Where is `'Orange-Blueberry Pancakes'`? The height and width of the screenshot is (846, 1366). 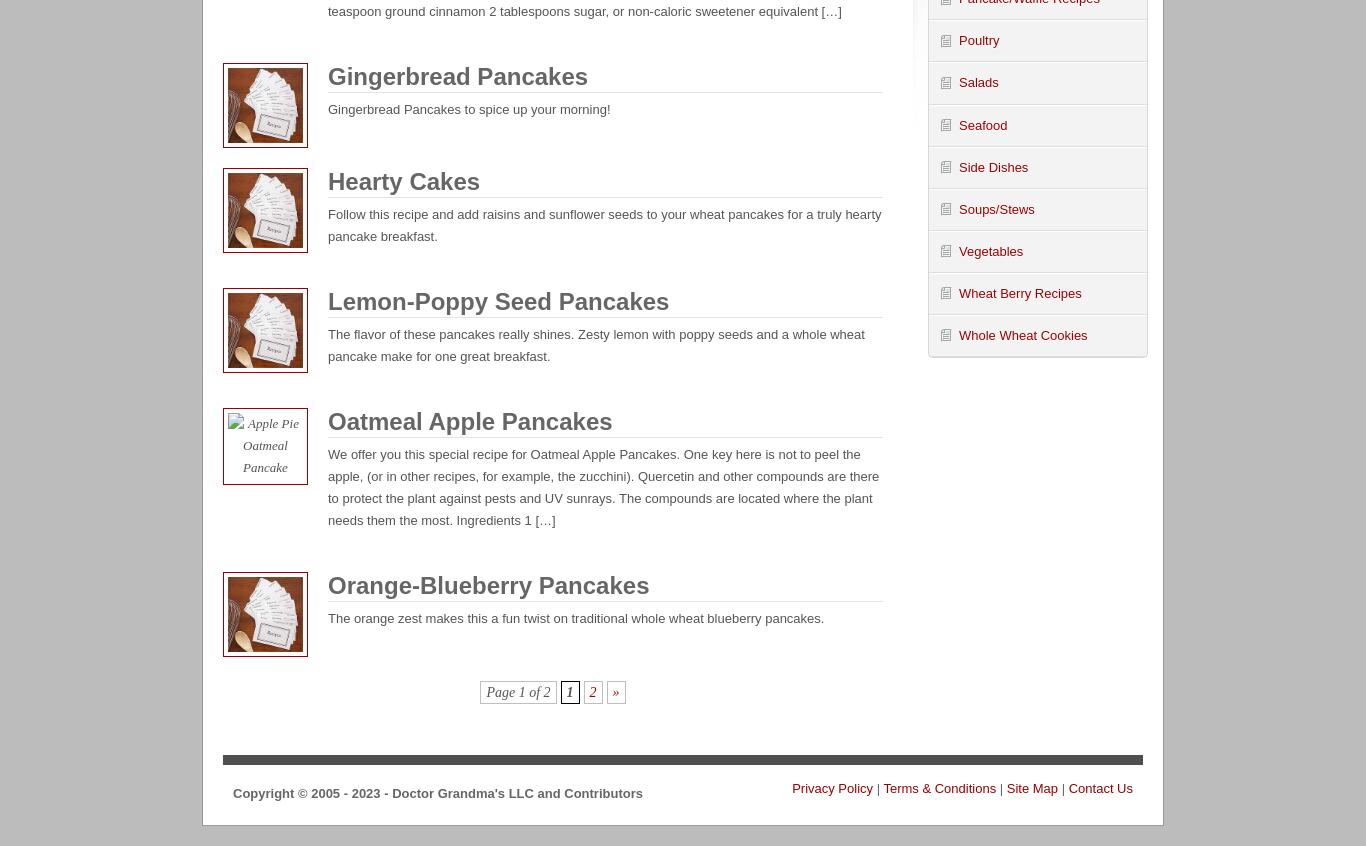
'Orange-Blueberry Pancakes' is located at coordinates (327, 584).